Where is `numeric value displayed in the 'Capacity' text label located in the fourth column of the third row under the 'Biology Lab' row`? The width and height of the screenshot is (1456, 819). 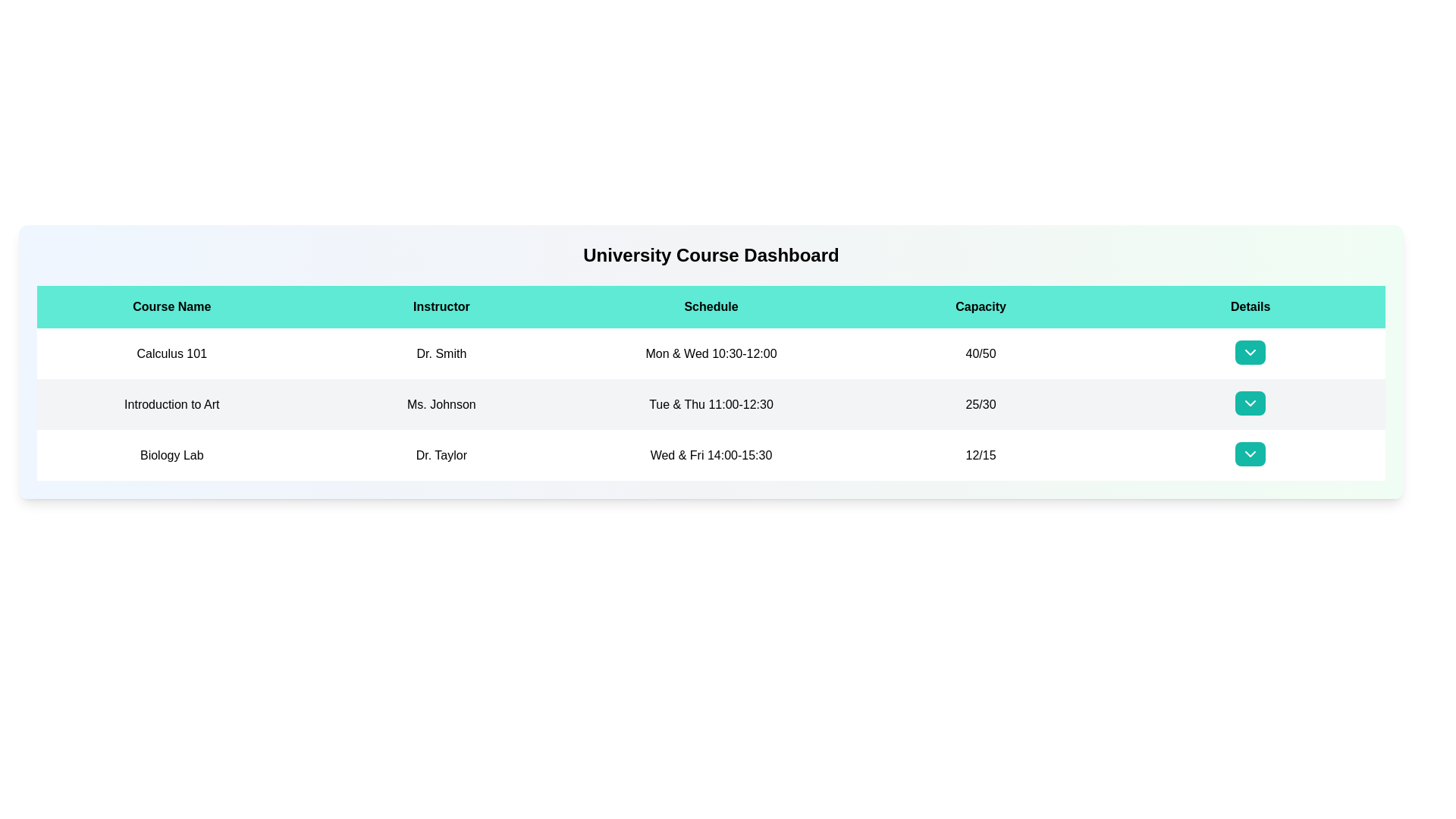
numeric value displayed in the 'Capacity' text label located in the fourth column of the third row under the 'Biology Lab' row is located at coordinates (981, 454).